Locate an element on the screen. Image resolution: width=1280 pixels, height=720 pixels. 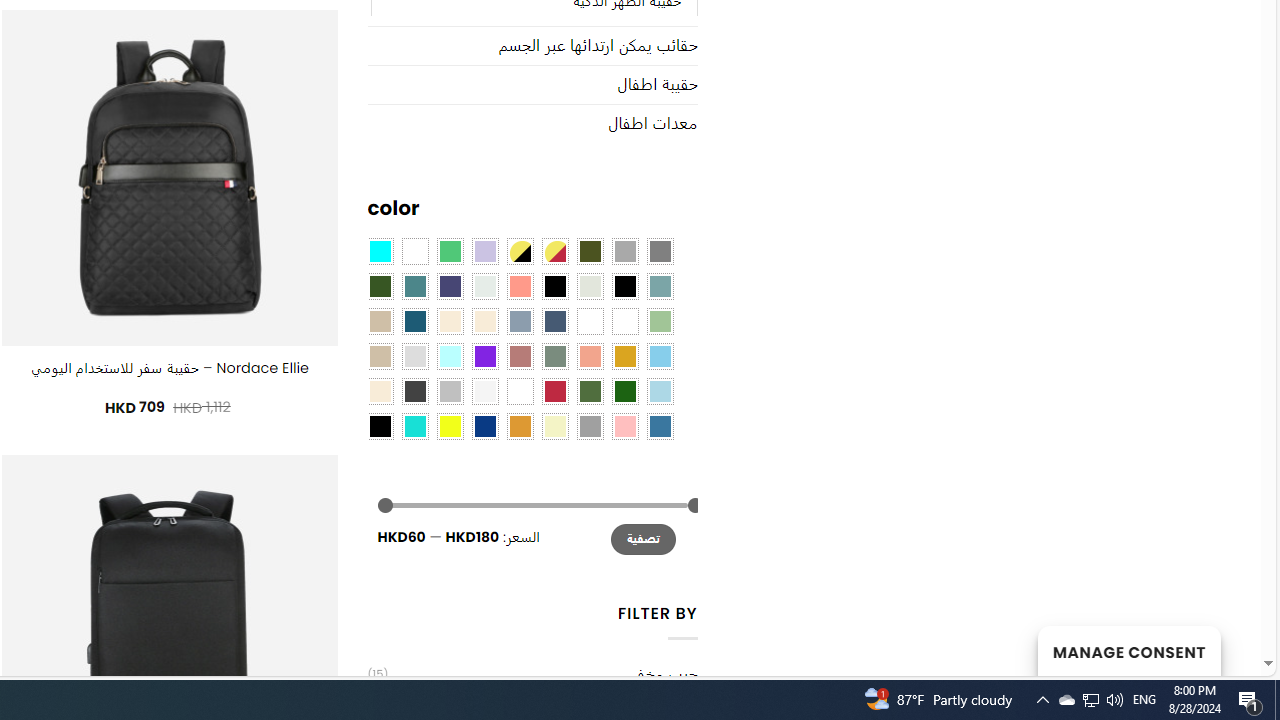
'Cream' is located at coordinates (485, 320).